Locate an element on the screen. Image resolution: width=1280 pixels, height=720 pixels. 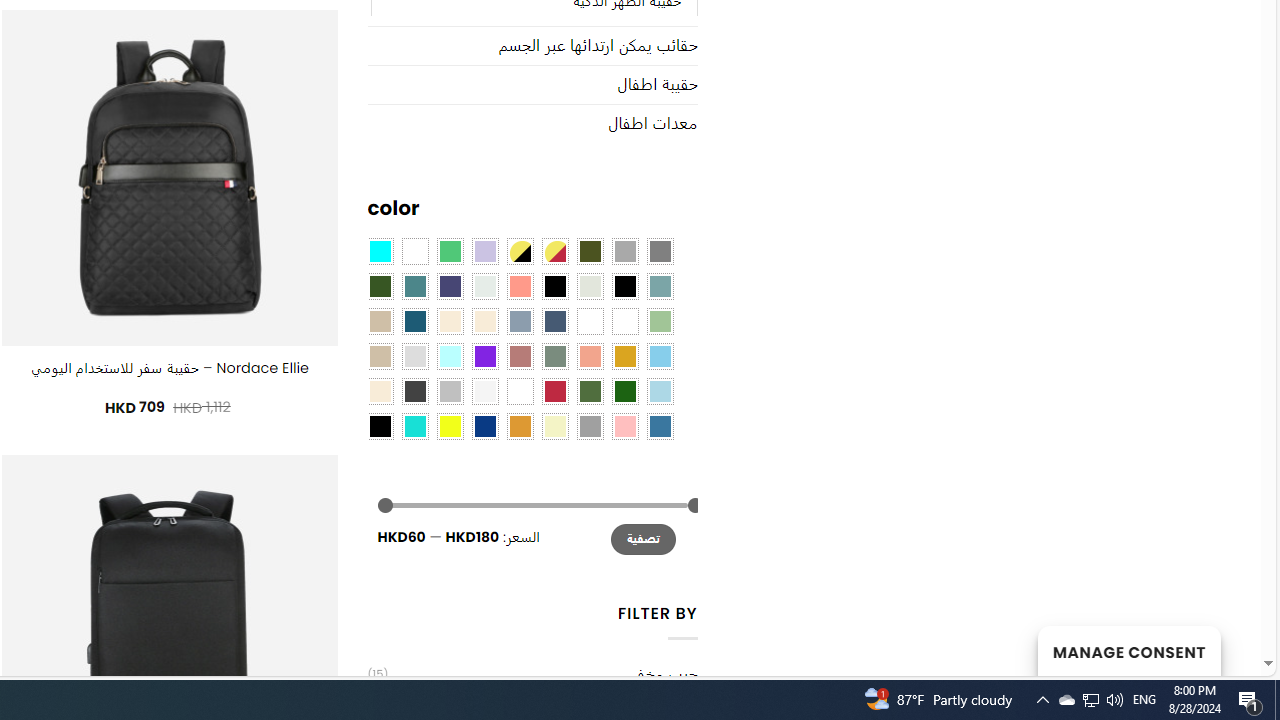
'Cream' is located at coordinates (485, 320).